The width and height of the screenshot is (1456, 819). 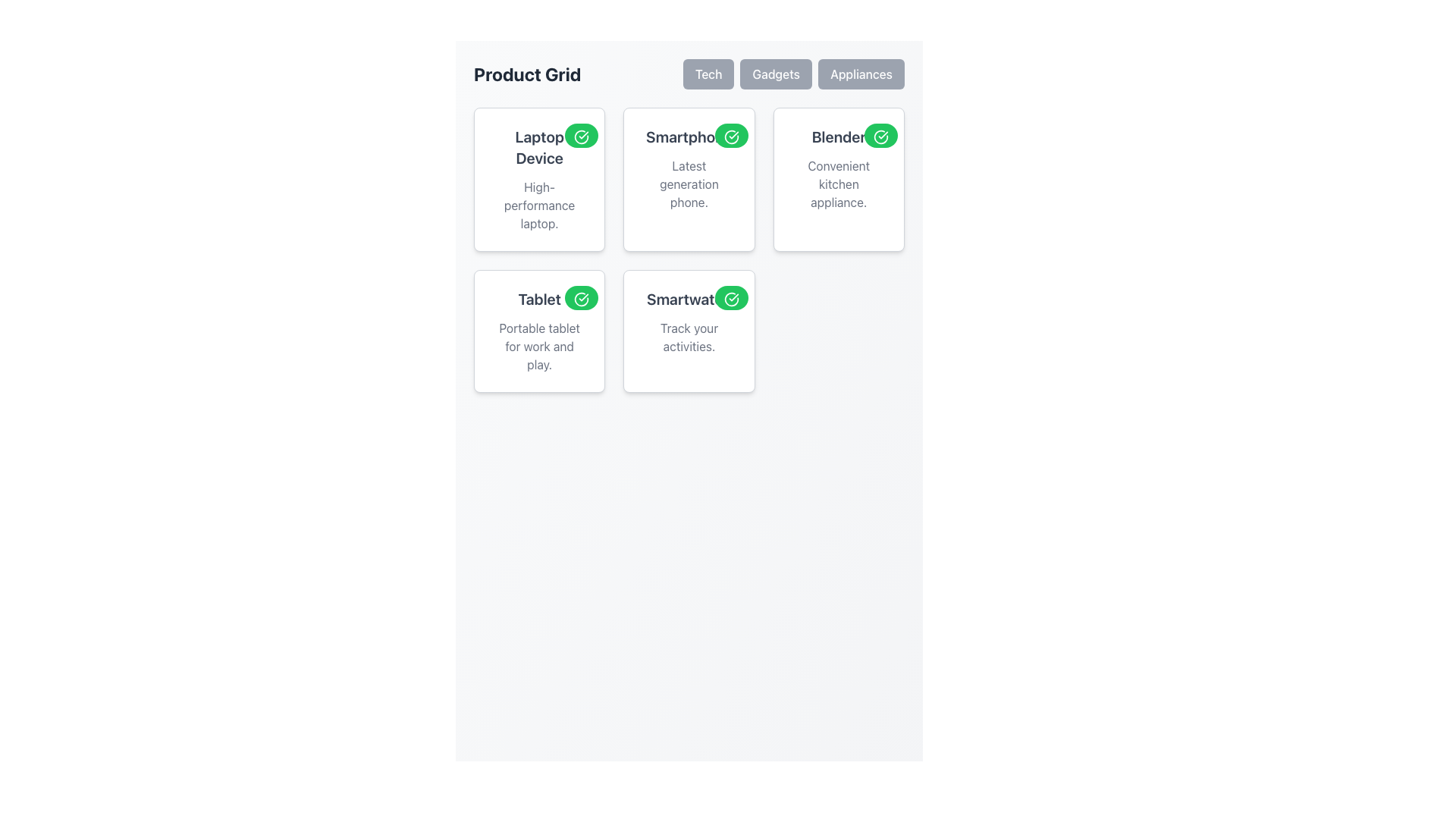 What do you see at coordinates (731, 134) in the screenshot?
I see `the button located at the top-right corner of the 'Smartphone' card, adjacent to the title 'Smartphone' and the description 'Latest generation phone'` at bounding box center [731, 134].